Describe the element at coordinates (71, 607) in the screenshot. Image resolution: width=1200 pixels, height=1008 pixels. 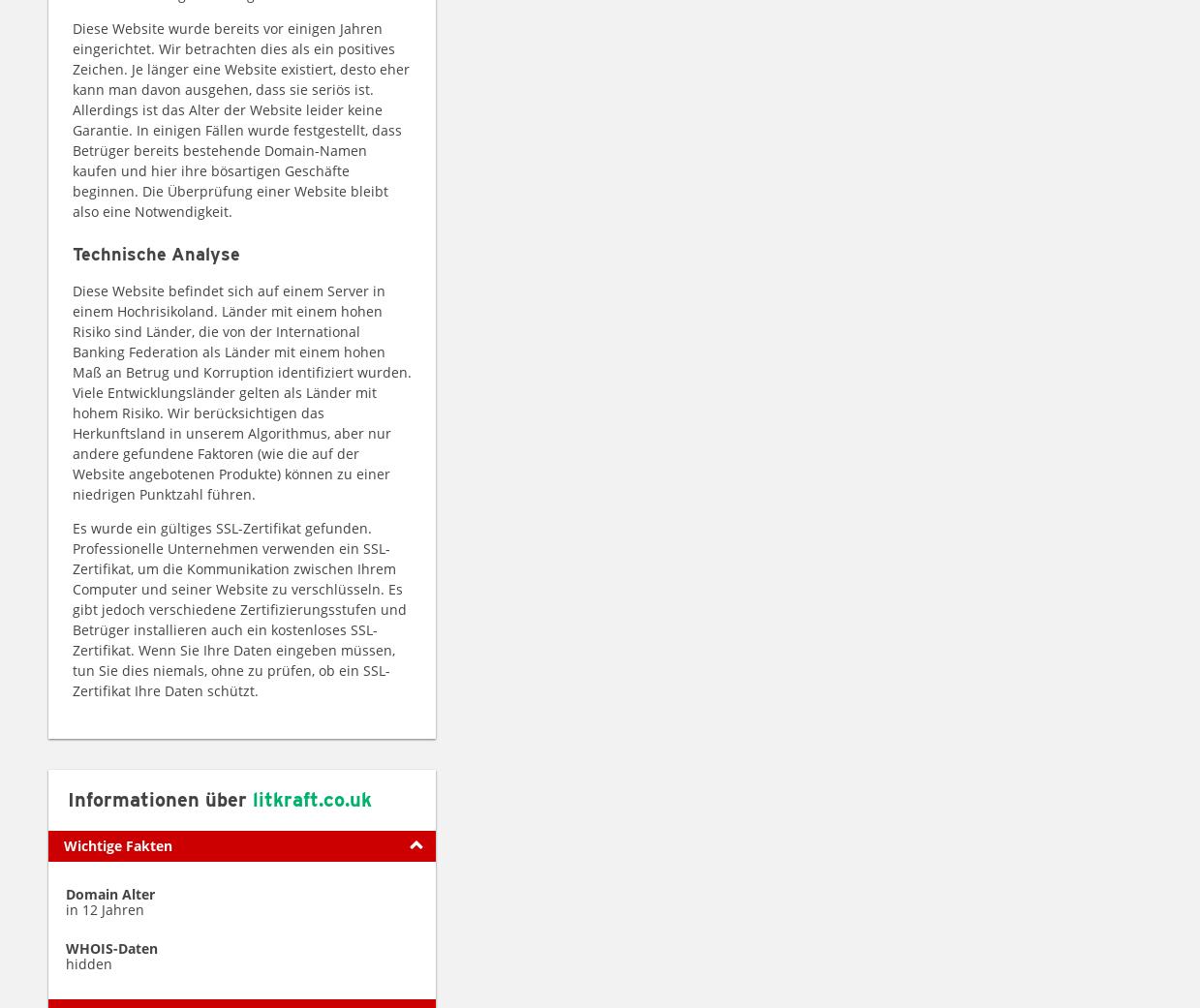
I see `'Es wurde ein gültiges SSL-Zertifikat gefunden. Professionelle Unternehmen verwenden ein SSL-Zertifikat, um die Kommunikation zwischen Ihrem Computer und seiner Website zu verschlüsseln. Es gibt jedoch verschiedene Zertifizierungsstufen und Betrüger installieren auch ein kostenloses SSL-Zertifikat. Wenn Sie Ihre Daten eingeben müssen, tun Sie dies niemals, ohne zu prüfen, ob ein SSL-Zertifikat Ihre Daten schützt.'` at that location.